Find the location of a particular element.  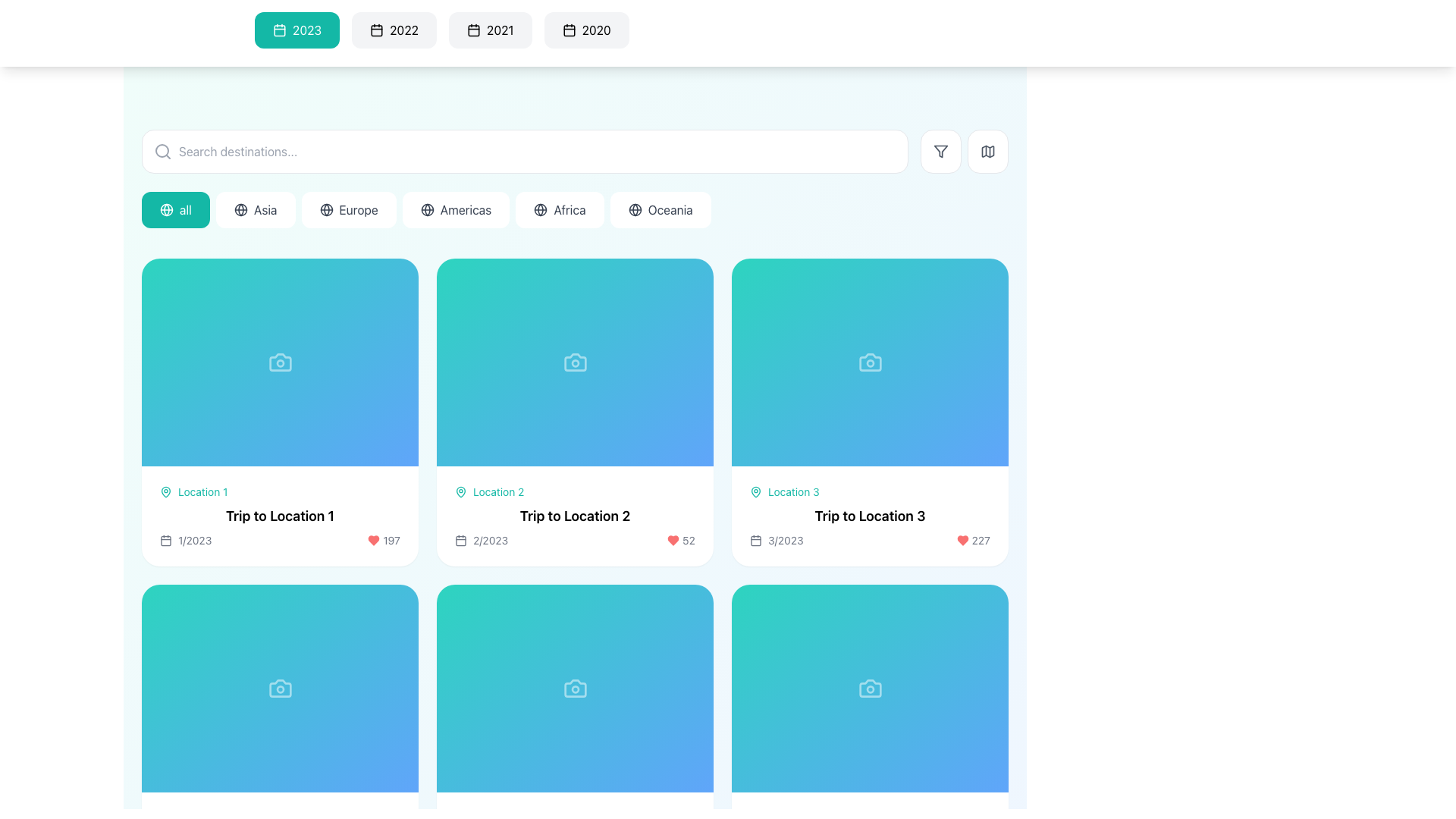

the decorative indicator icon marking the 'Location 3' label, which is part of the visual header for the 'Trip to Location 3' card in the grid layout is located at coordinates (756, 491).